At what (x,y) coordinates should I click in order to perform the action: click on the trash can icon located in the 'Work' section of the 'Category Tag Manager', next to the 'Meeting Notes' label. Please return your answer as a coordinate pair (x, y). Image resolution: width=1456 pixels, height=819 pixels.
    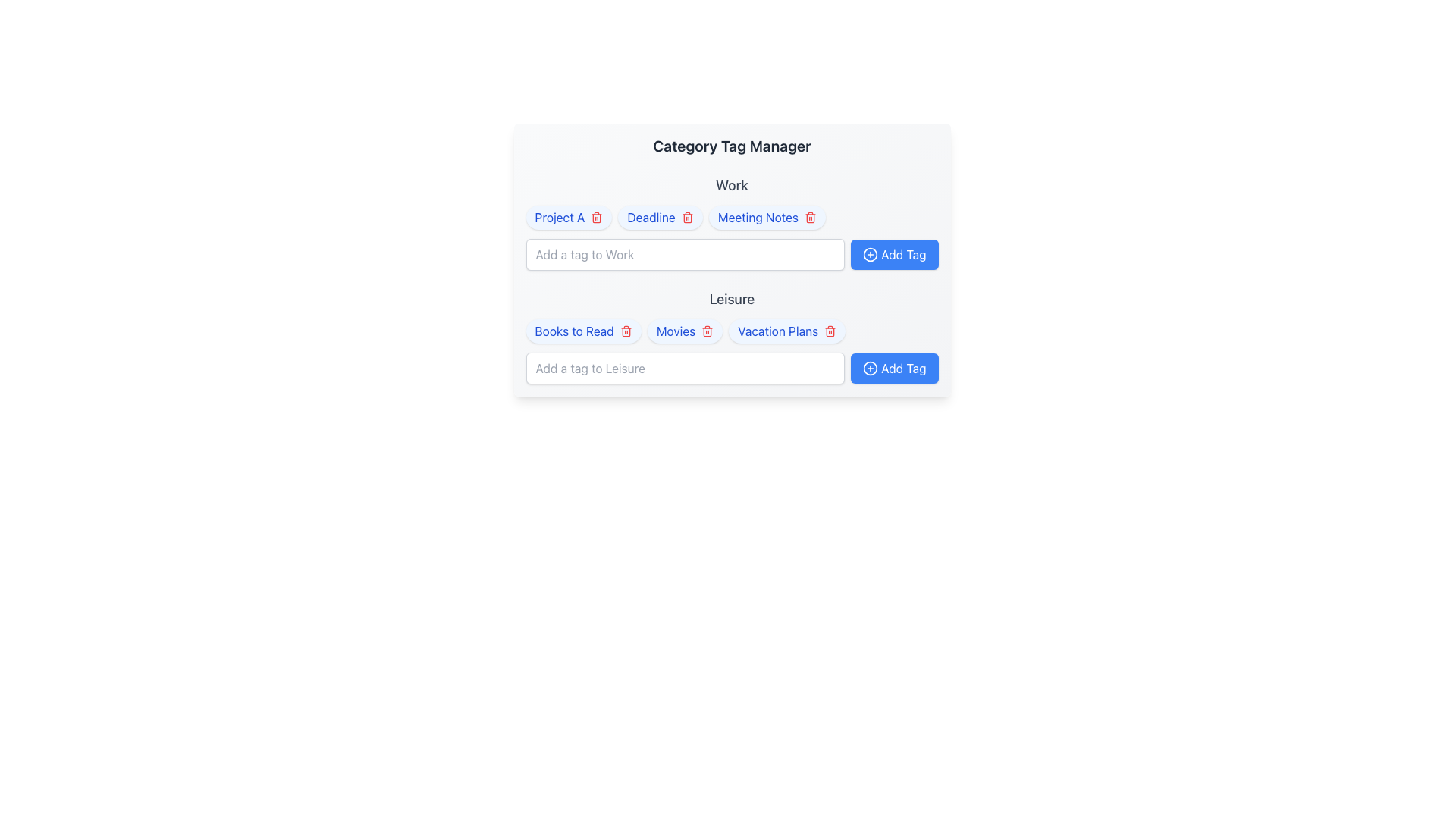
    Looking at the image, I should click on (809, 218).